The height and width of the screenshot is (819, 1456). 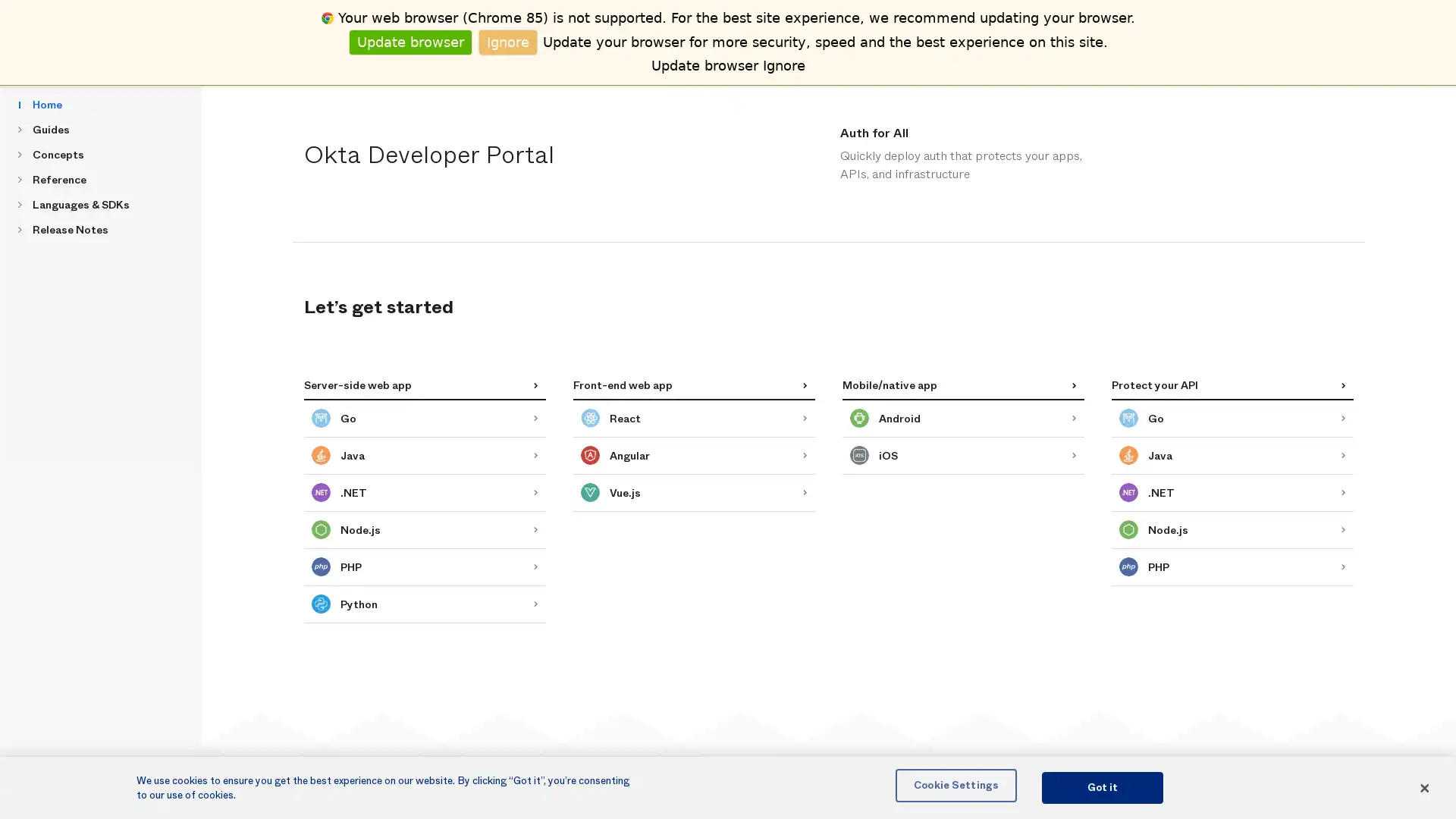 I want to click on Close, so click(x=1423, y=786).